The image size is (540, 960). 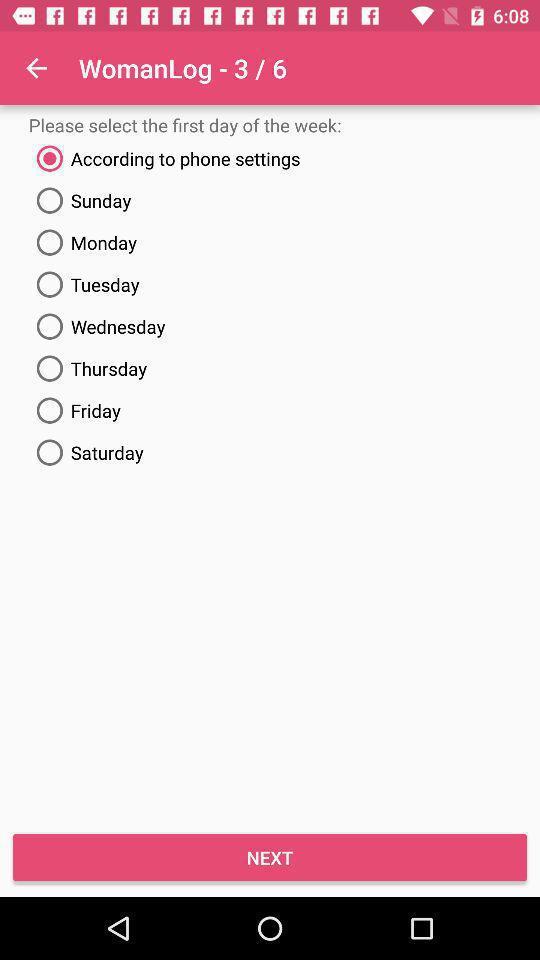 What do you see at coordinates (270, 200) in the screenshot?
I see `icon above the monday item` at bounding box center [270, 200].